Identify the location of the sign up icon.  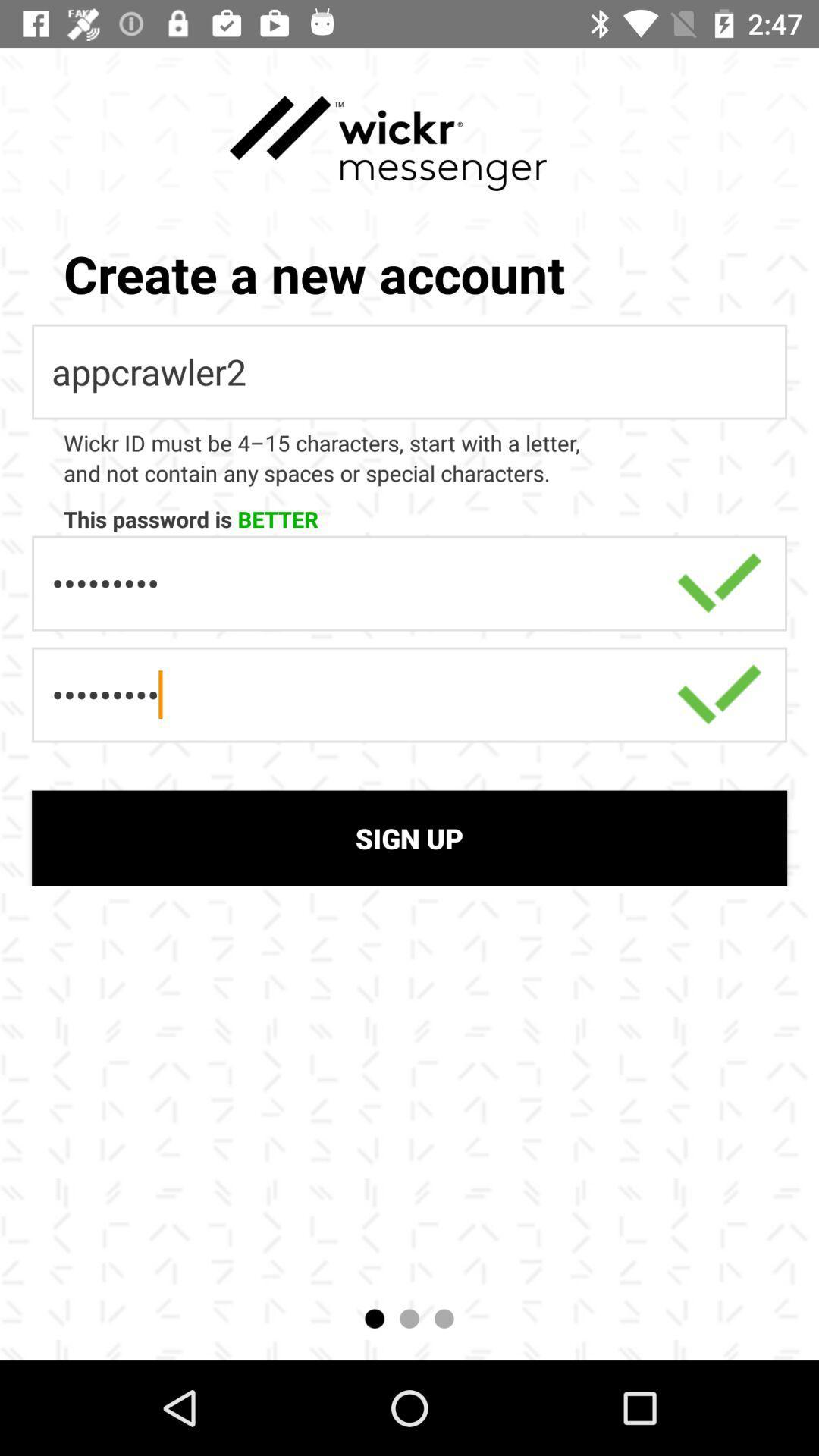
(409, 837).